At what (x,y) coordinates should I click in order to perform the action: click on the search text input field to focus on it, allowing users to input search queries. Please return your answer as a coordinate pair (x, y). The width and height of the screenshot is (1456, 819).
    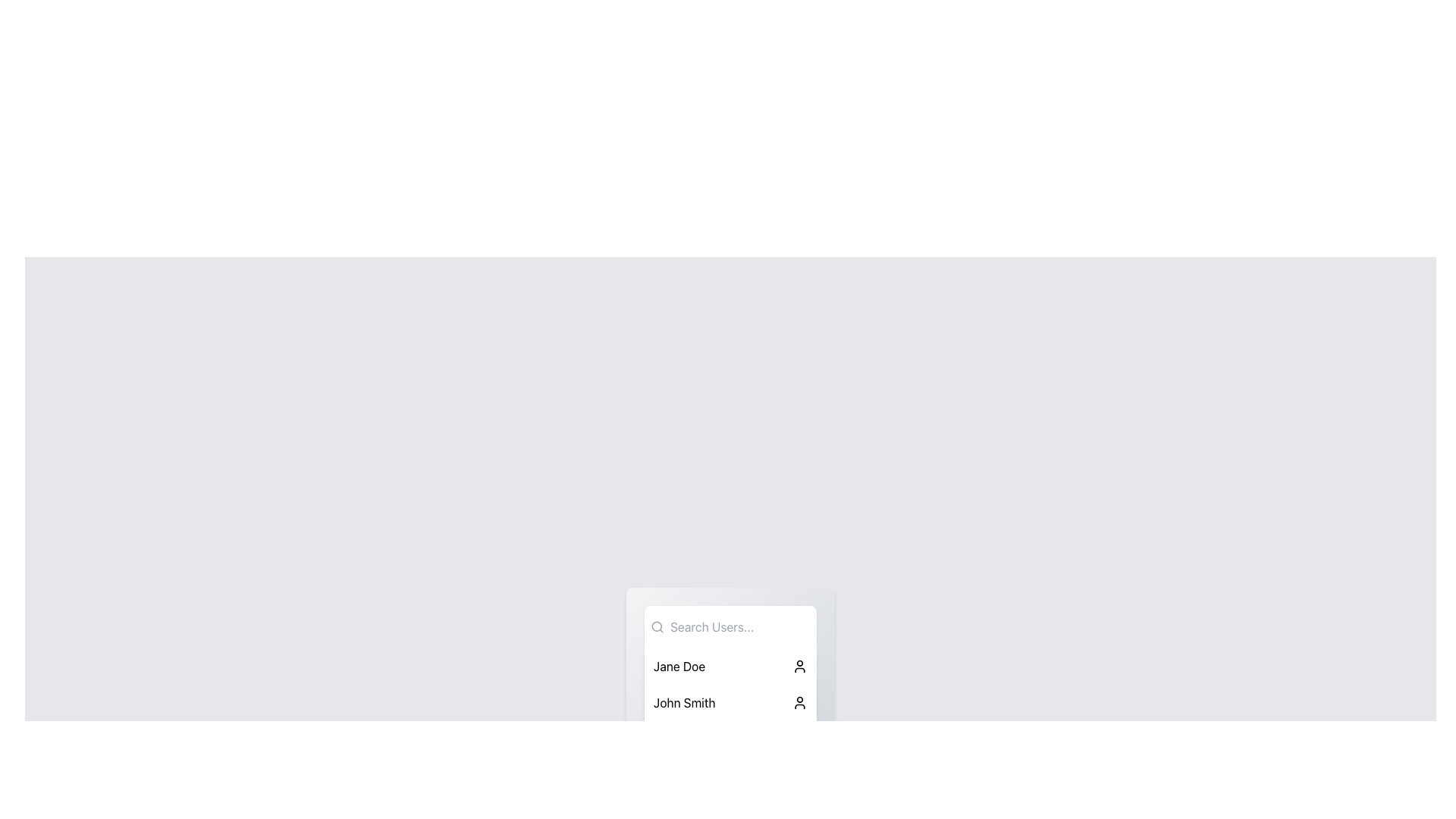
    Looking at the image, I should click on (737, 626).